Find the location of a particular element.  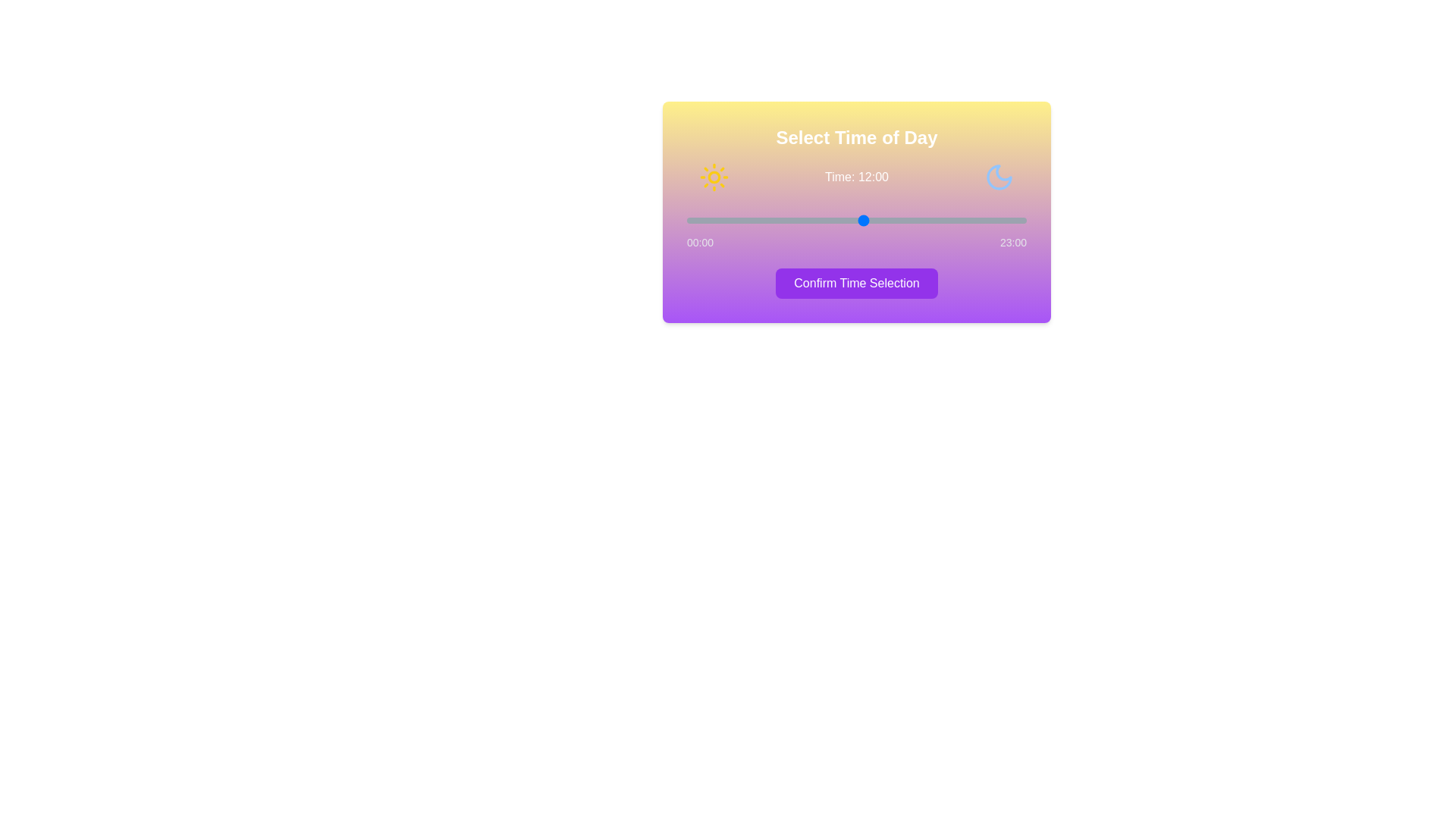

the time to 19 hour(s) by interacting with the slider is located at coordinates (967, 220).